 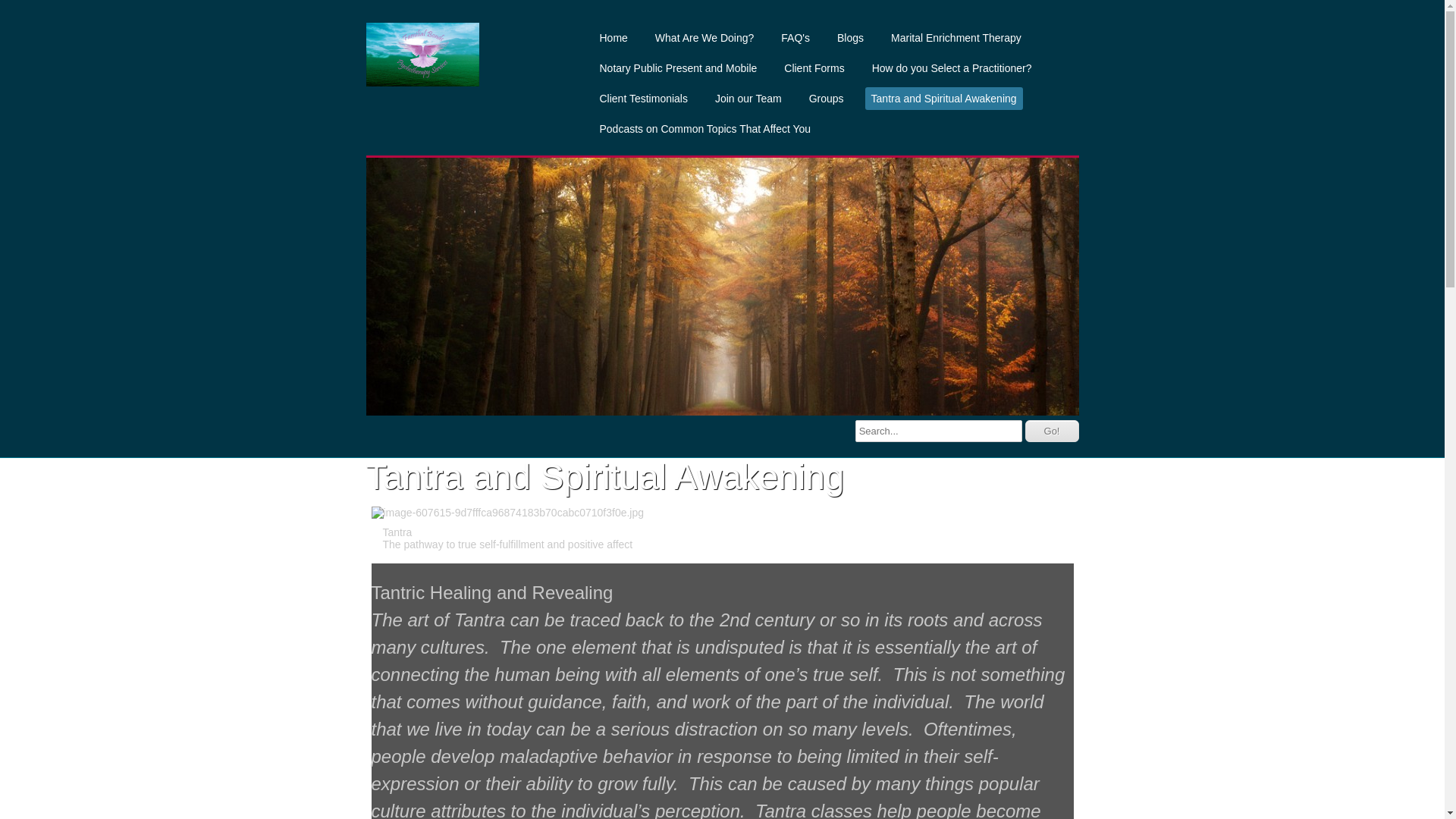 What do you see at coordinates (1051, 431) in the screenshot?
I see `'Go!'` at bounding box center [1051, 431].